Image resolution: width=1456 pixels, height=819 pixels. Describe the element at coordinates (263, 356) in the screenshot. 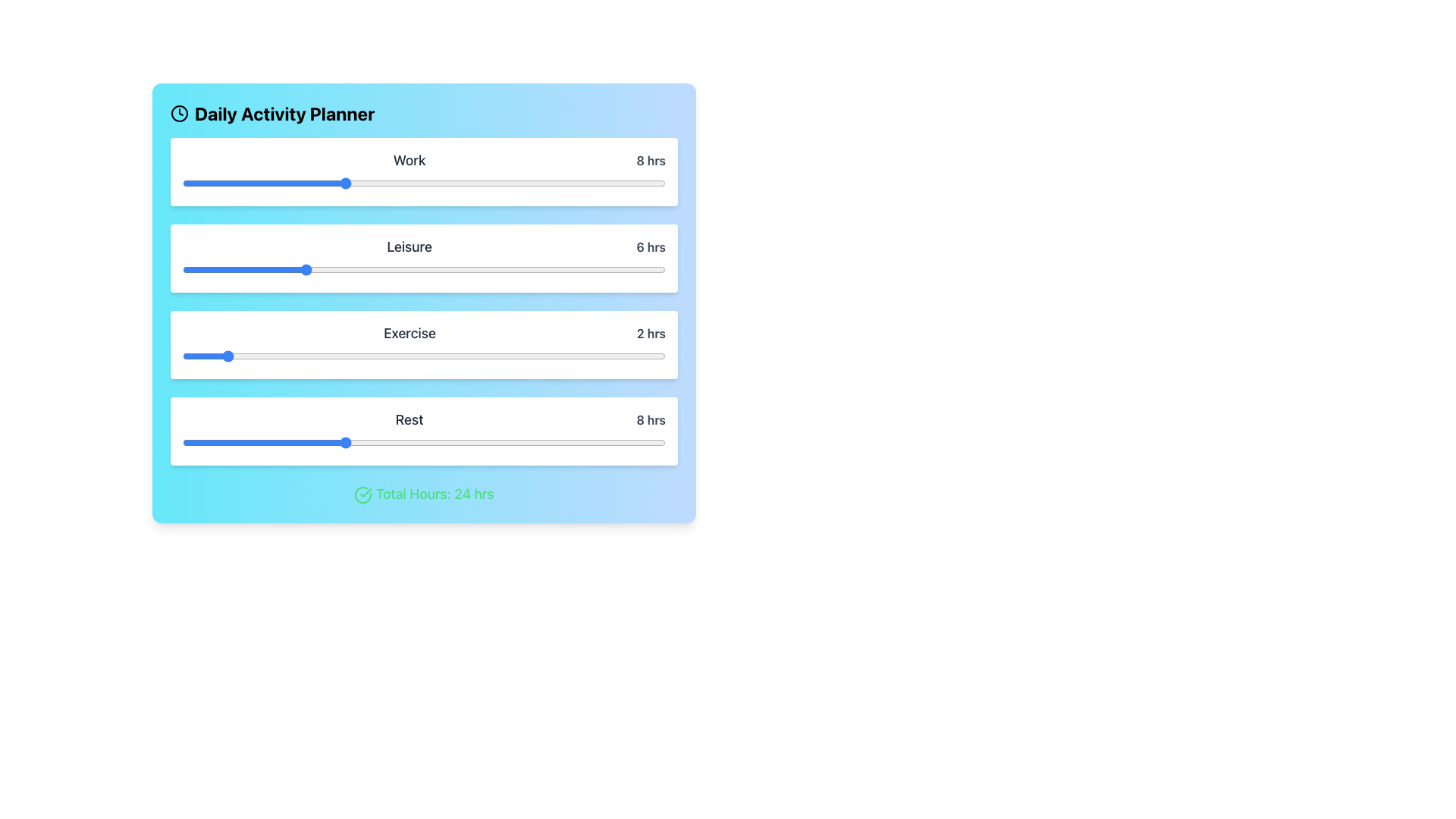

I see `the Exercise duration` at that location.